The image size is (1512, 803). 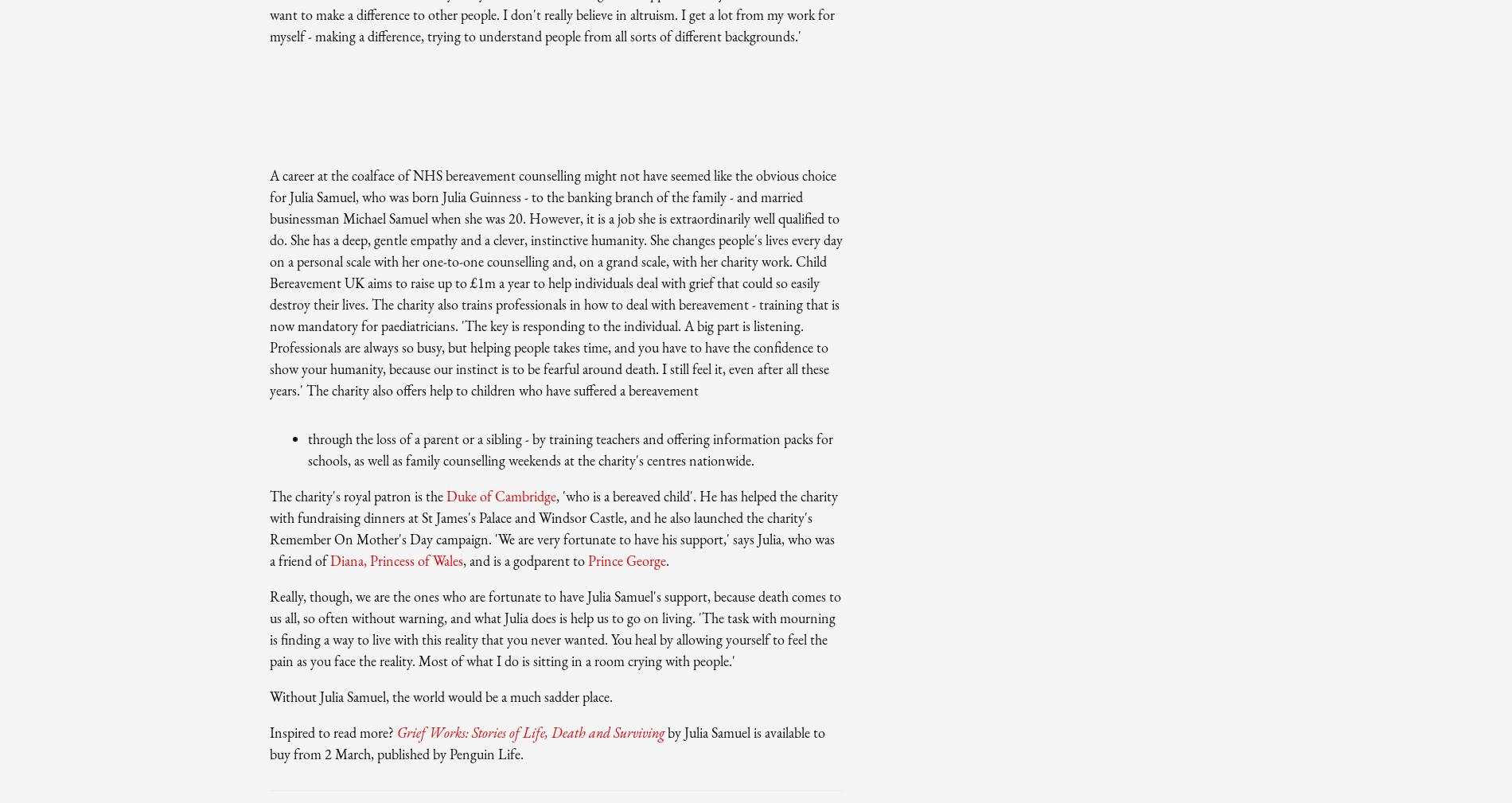 I want to click on 'by Julia Samuel is available to buy from 2 March, published by Penguin Life.', so click(x=547, y=743).